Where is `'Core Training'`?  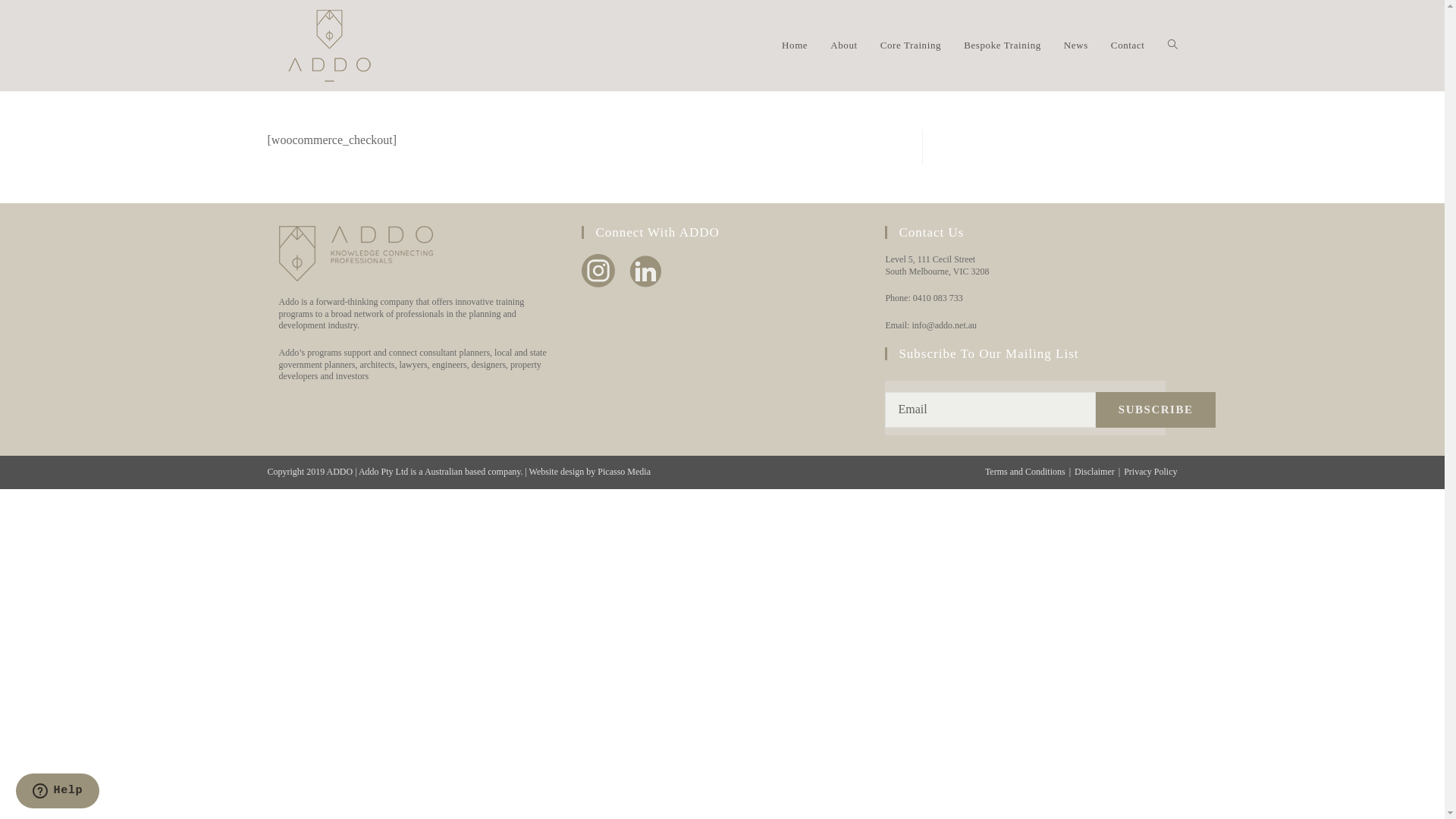
'Core Training' is located at coordinates (910, 45).